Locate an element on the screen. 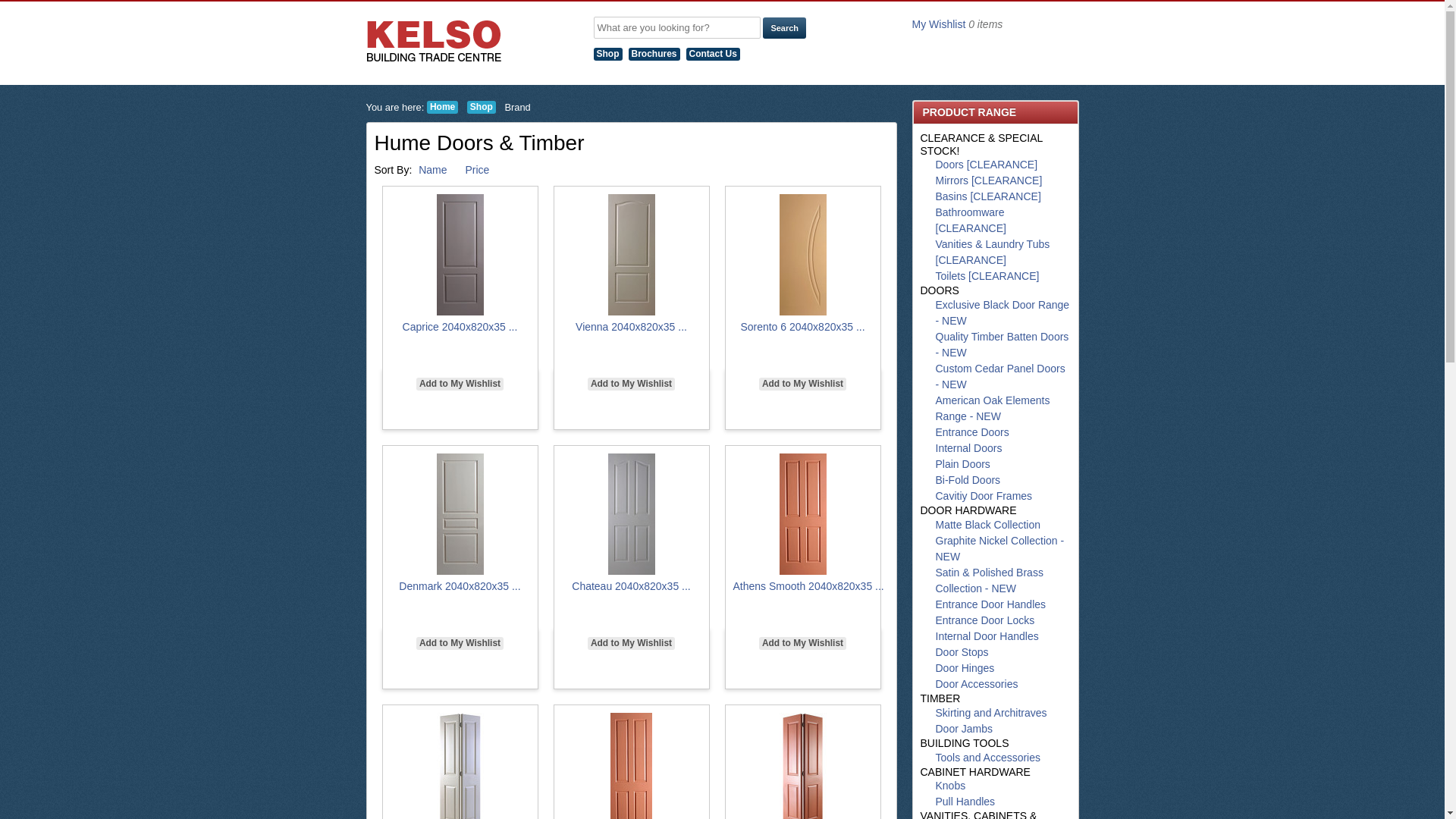 The image size is (1456, 819). 'Bathroomware [CLEARANCE]' is located at coordinates (934, 220).